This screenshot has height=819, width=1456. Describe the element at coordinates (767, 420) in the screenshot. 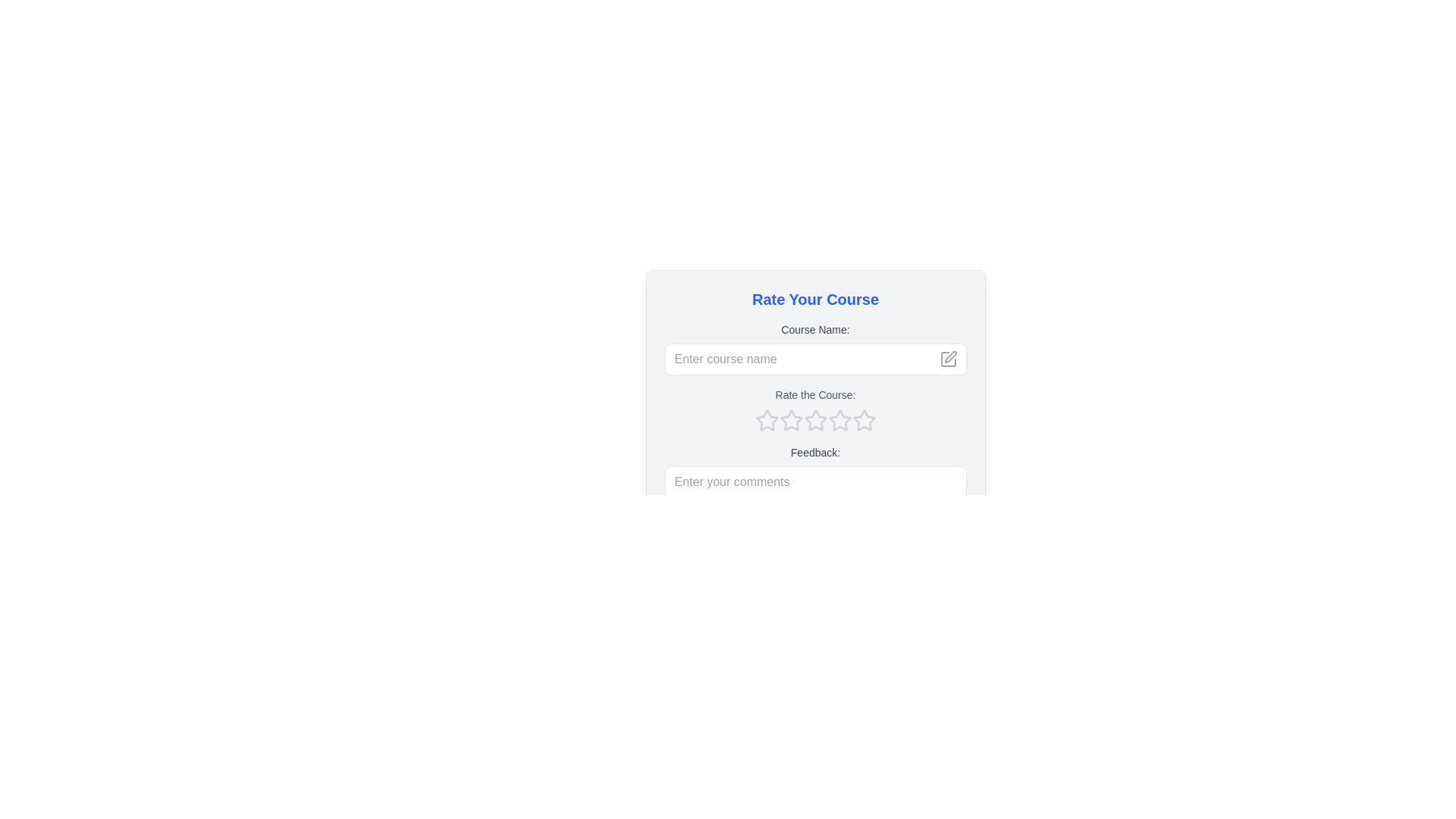

I see `the first star icon in the row of five stars` at that location.